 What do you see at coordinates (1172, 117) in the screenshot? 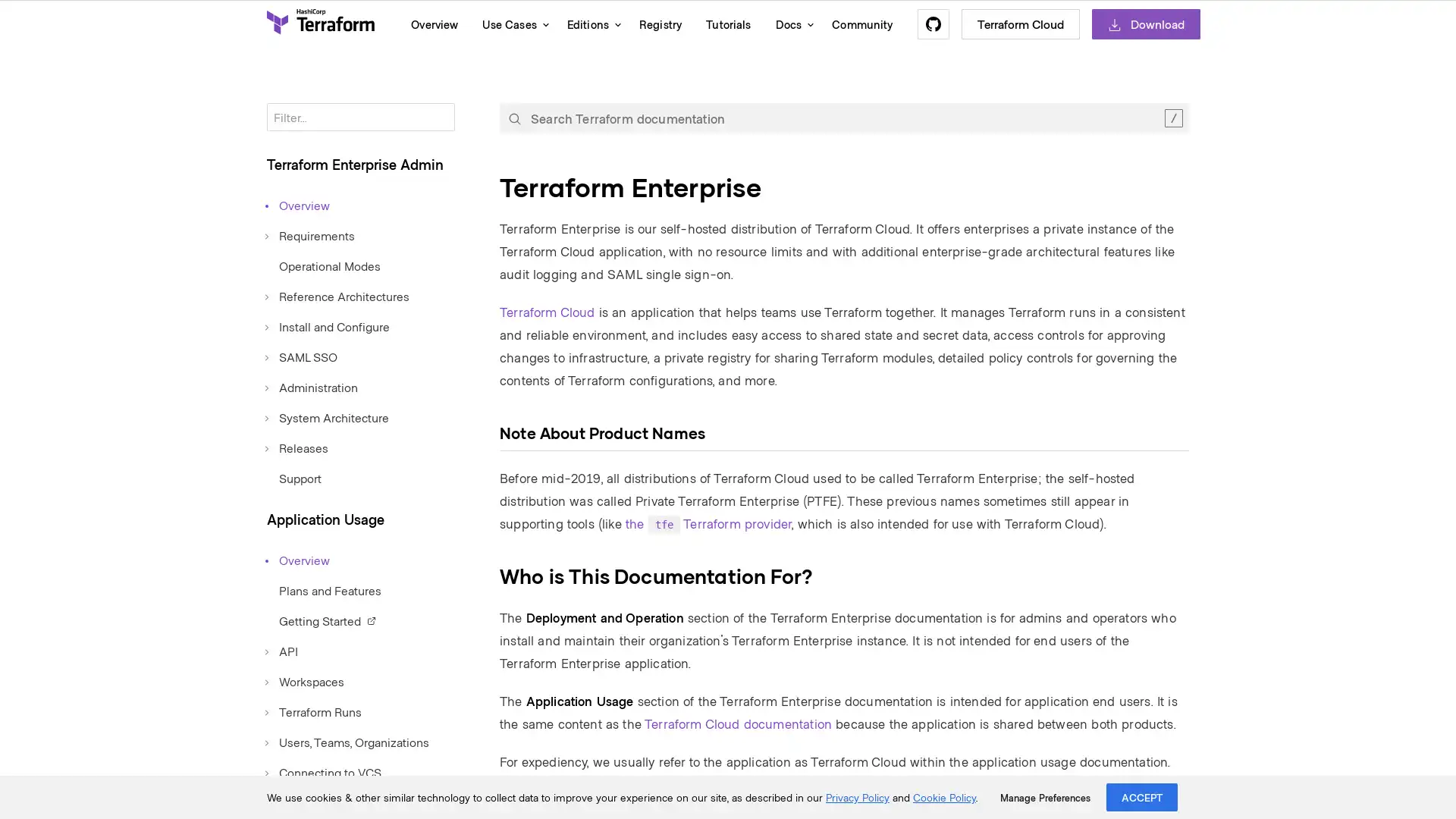
I see `Clear the search query.` at bounding box center [1172, 117].